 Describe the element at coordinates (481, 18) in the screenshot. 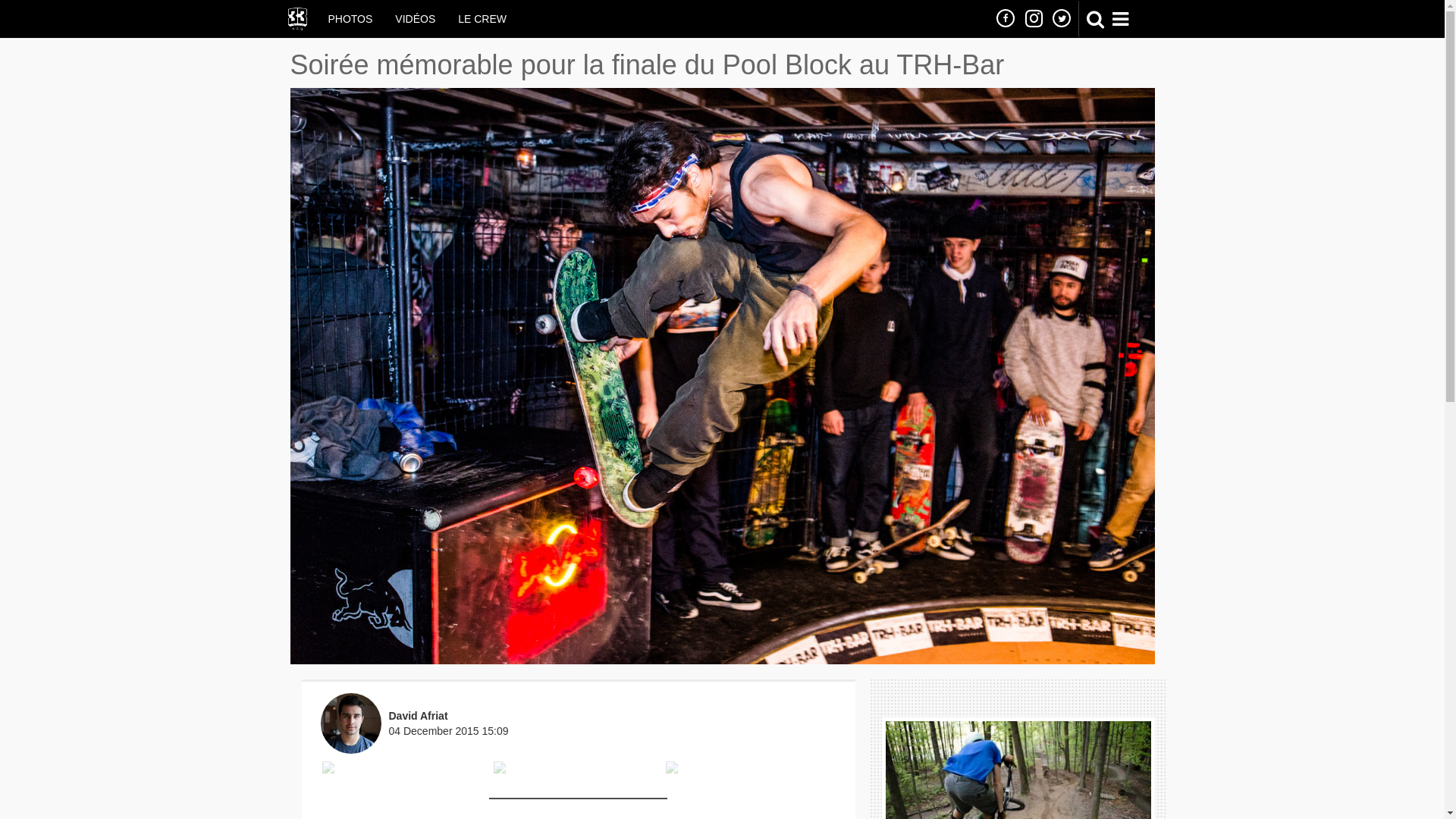

I see `'LE CREW'` at that location.